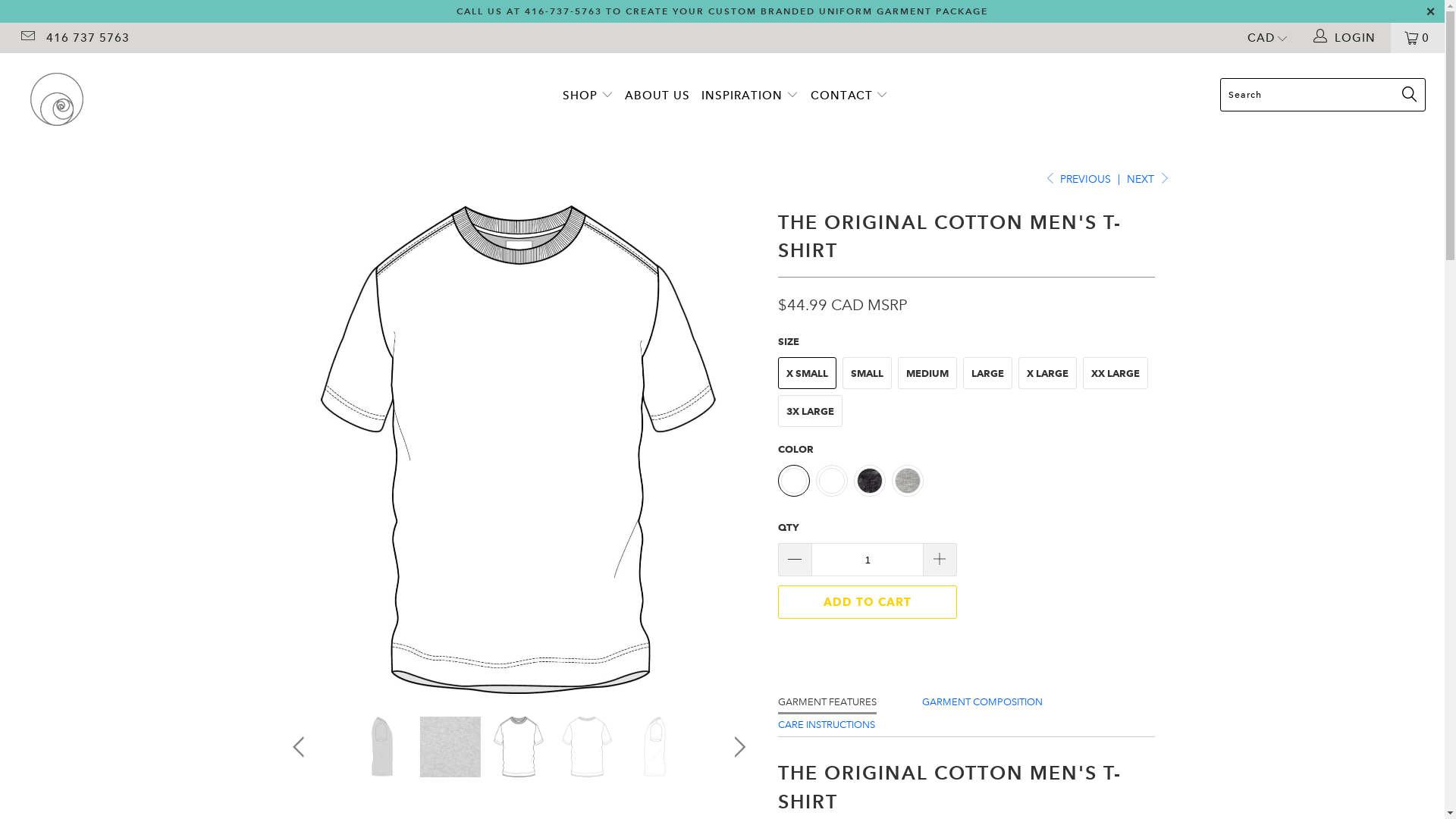 The image size is (1456, 819). What do you see at coordinates (27, 37) in the screenshot?
I see `'Email APIUM APPAREL'` at bounding box center [27, 37].